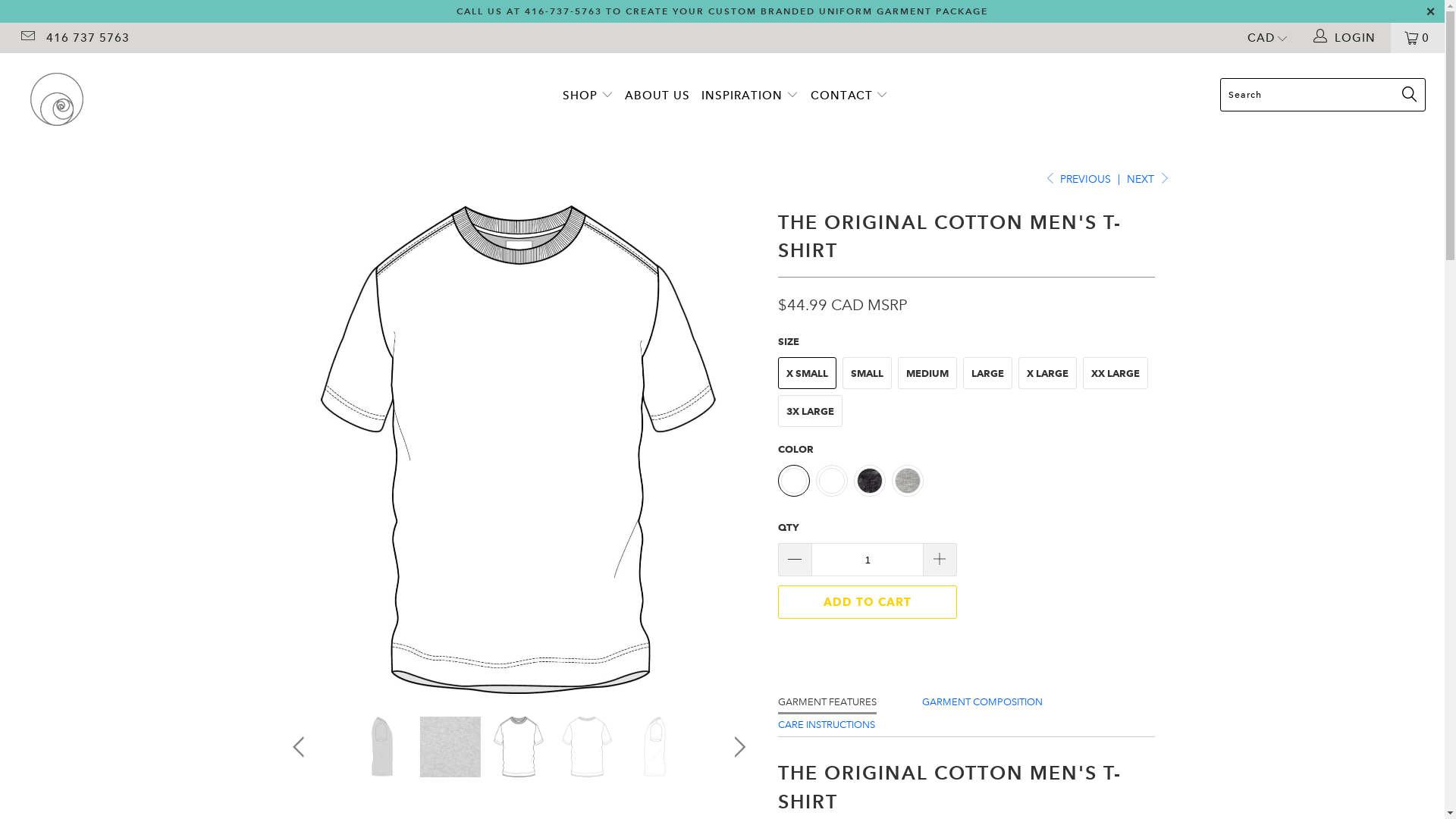 The image size is (1456, 819). What do you see at coordinates (27, 37) in the screenshot?
I see `'Email APIUM APPAREL'` at bounding box center [27, 37].